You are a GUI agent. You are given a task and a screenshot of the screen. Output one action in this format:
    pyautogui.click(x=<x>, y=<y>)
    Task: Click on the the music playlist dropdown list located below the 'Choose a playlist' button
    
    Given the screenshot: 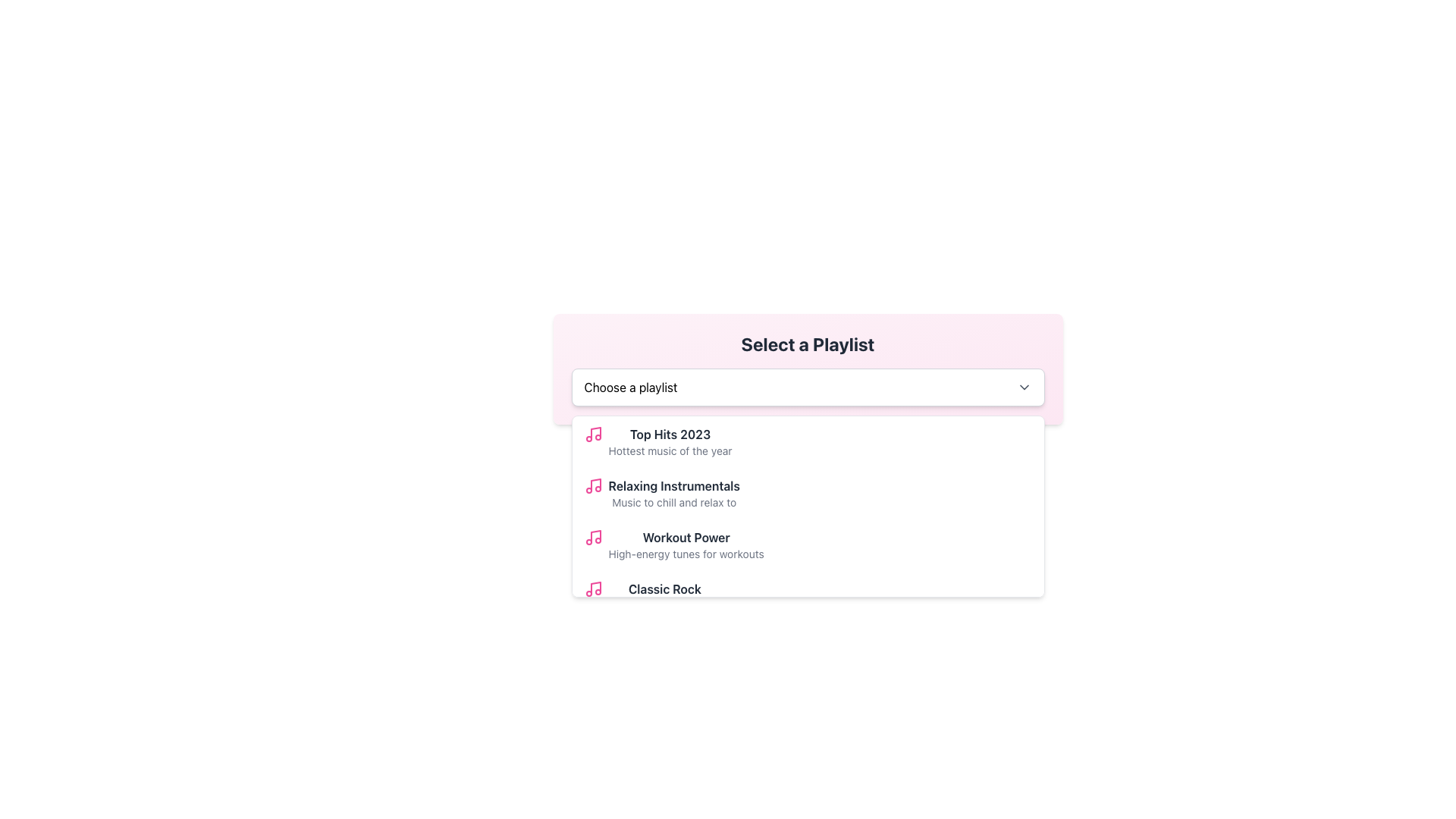 What is the action you would take?
    pyautogui.click(x=807, y=506)
    